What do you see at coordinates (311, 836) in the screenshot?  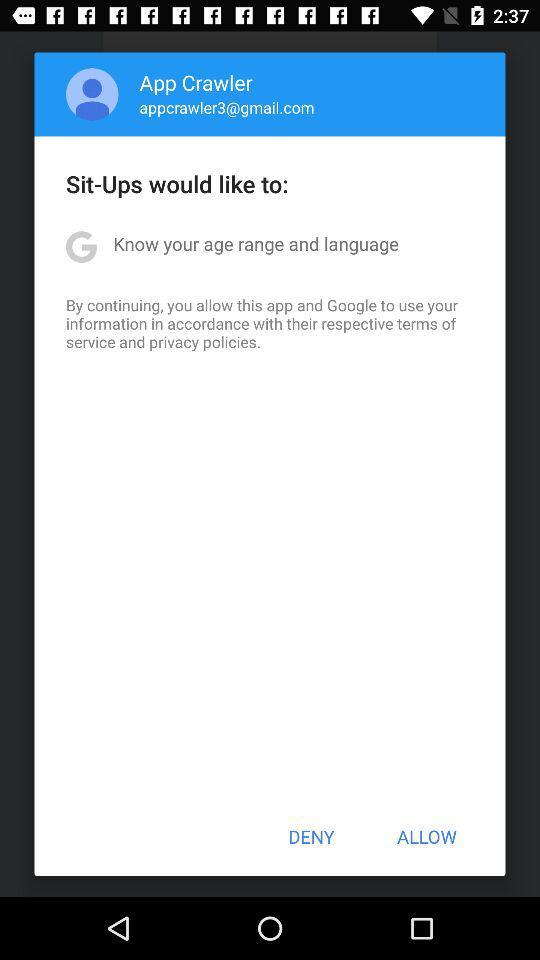 I see `the button at the bottom` at bounding box center [311, 836].